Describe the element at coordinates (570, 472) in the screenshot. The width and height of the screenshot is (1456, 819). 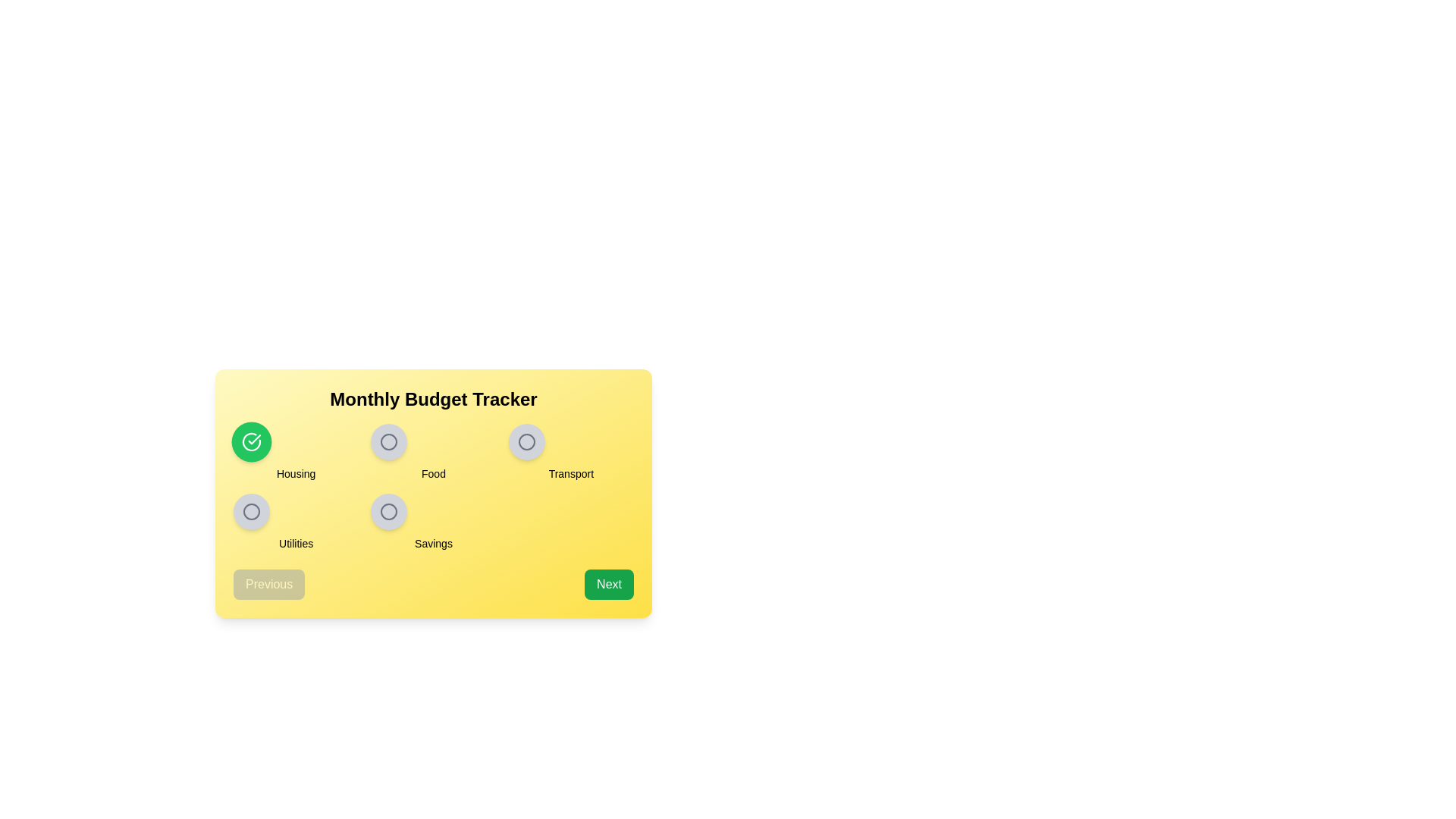
I see `'Transport' text label, which is prominently displayed on a yellow background below a circular icon in the interface` at that location.